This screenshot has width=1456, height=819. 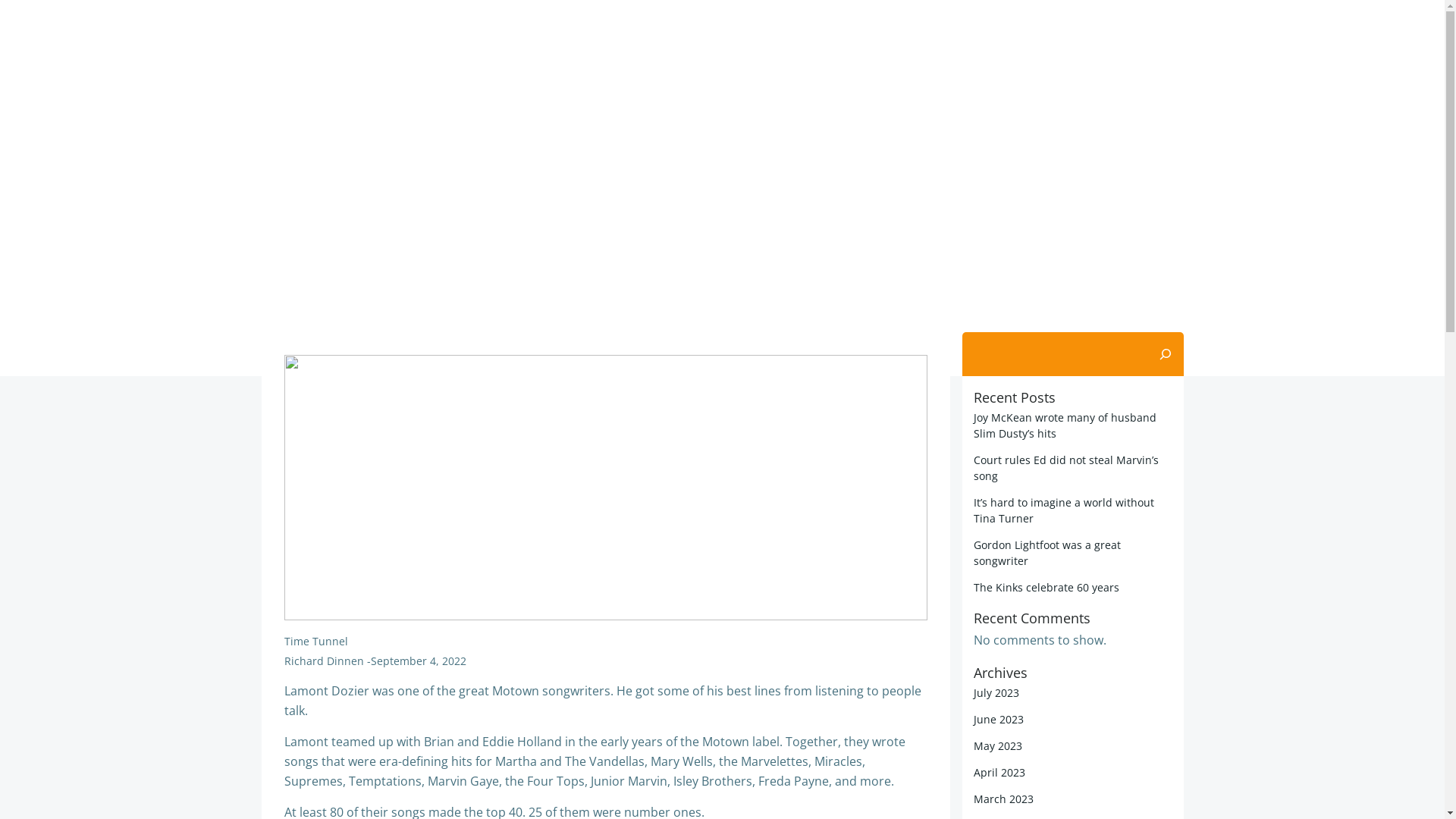 What do you see at coordinates (973, 553) in the screenshot?
I see `'Gordon Lightfoot was a great songwriter'` at bounding box center [973, 553].